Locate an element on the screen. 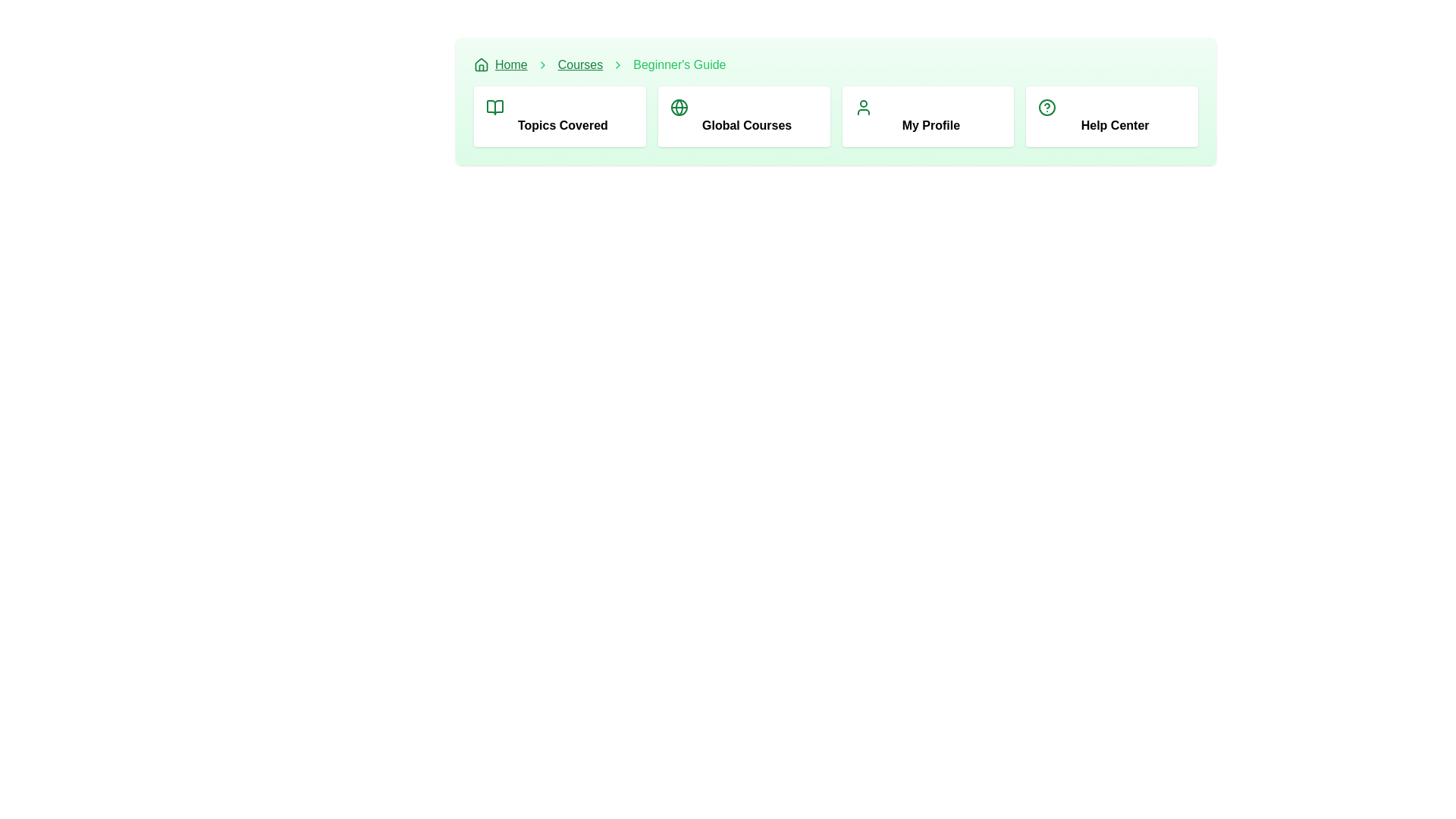 The height and width of the screenshot is (819, 1456). the 'Beginner's Guide' text label in the breadcrumb navigation bar, which is styled in green and is the final element after 'Courses' and a right-facing chevron icon is located at coordinates (679, 64).